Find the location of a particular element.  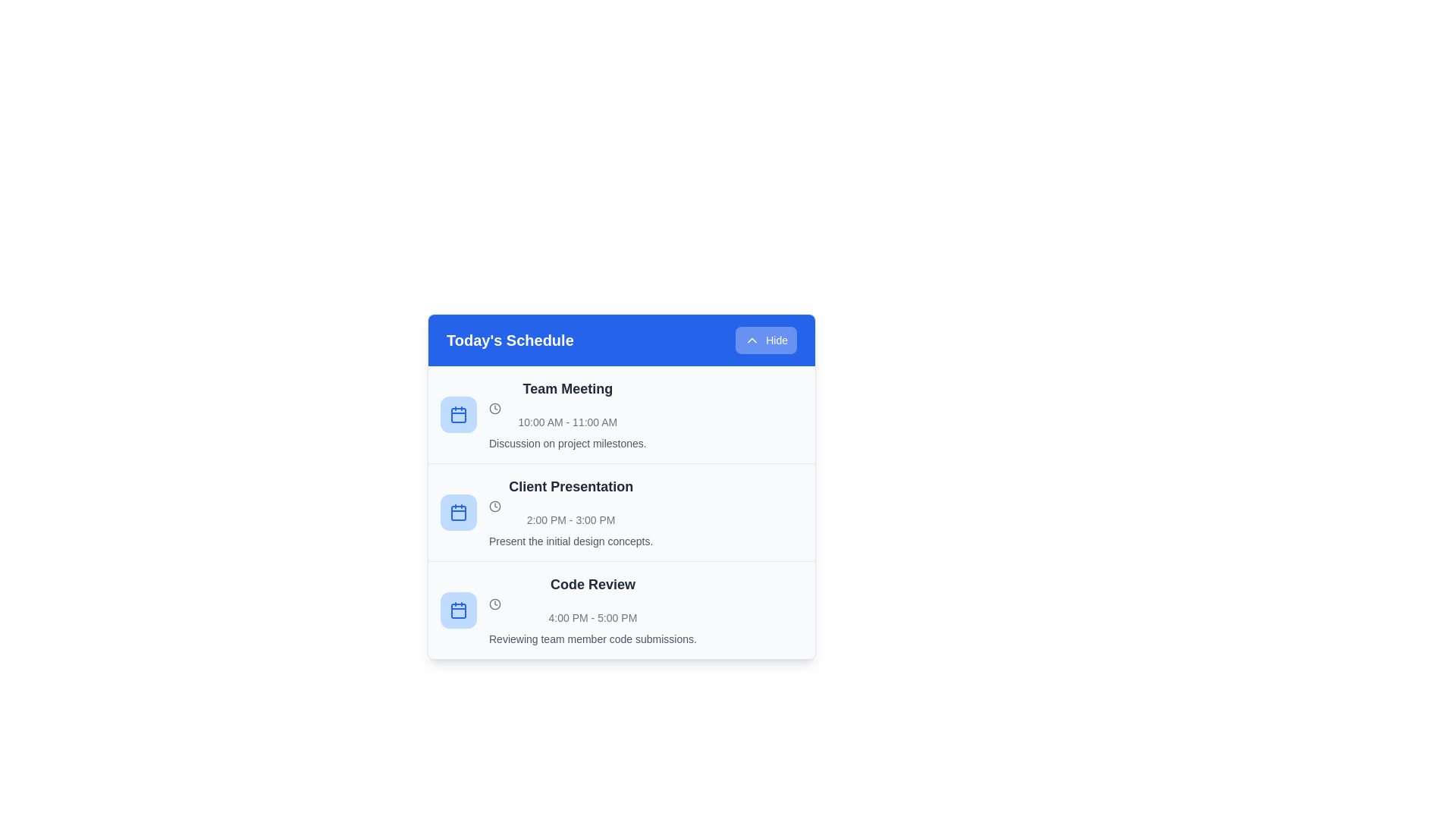

the Text label that serves as the title for the 'Code Review' event in the schedule, which is prominently displayed above a smaller description text is located at coordinates (592, 584).